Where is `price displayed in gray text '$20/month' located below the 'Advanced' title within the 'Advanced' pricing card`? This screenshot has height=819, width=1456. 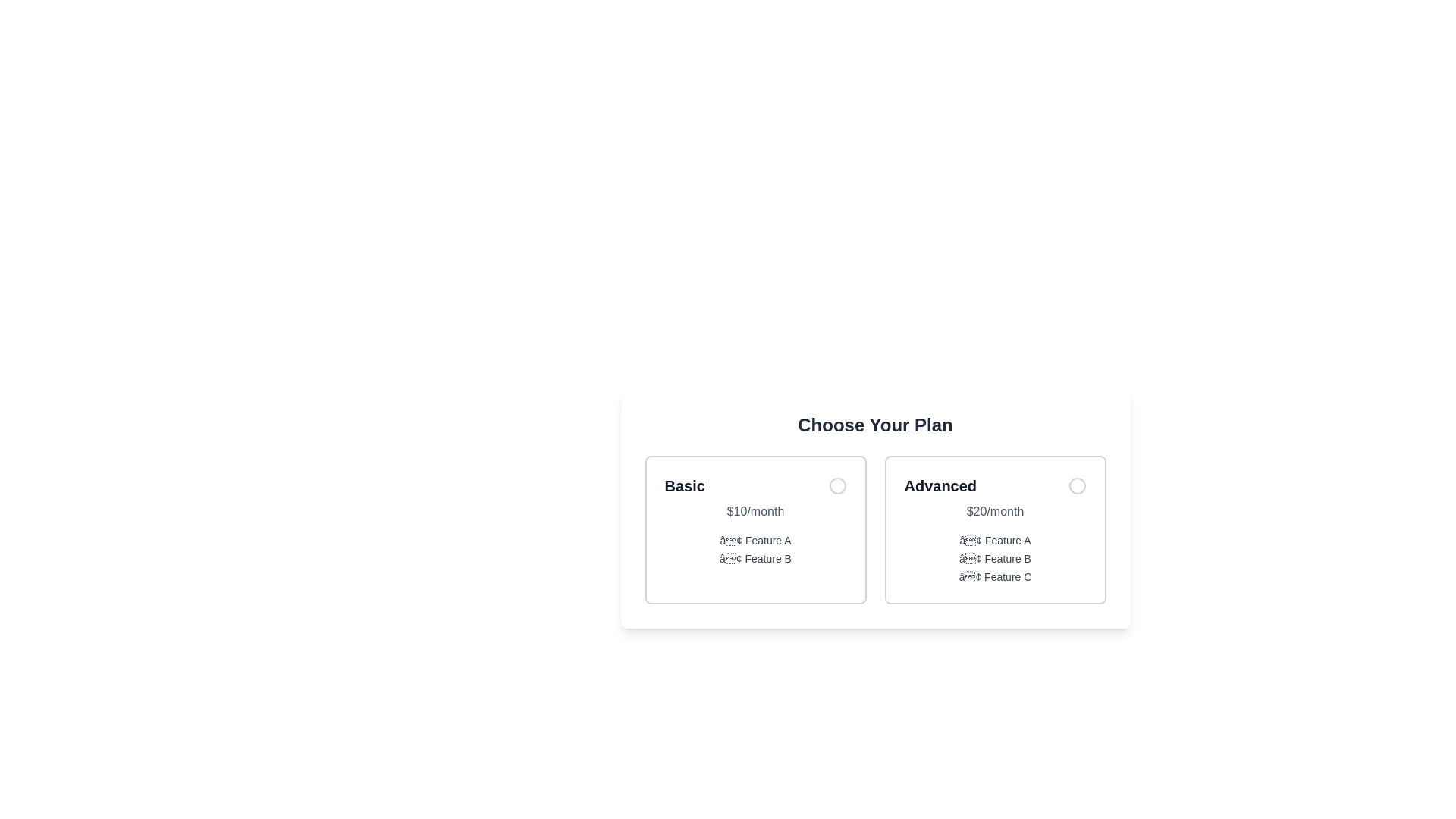
price displayed in gray text '$20/month' located below the 'Advanced' title within the 'Advanced' pricing card is located at coordinates (995, 512).